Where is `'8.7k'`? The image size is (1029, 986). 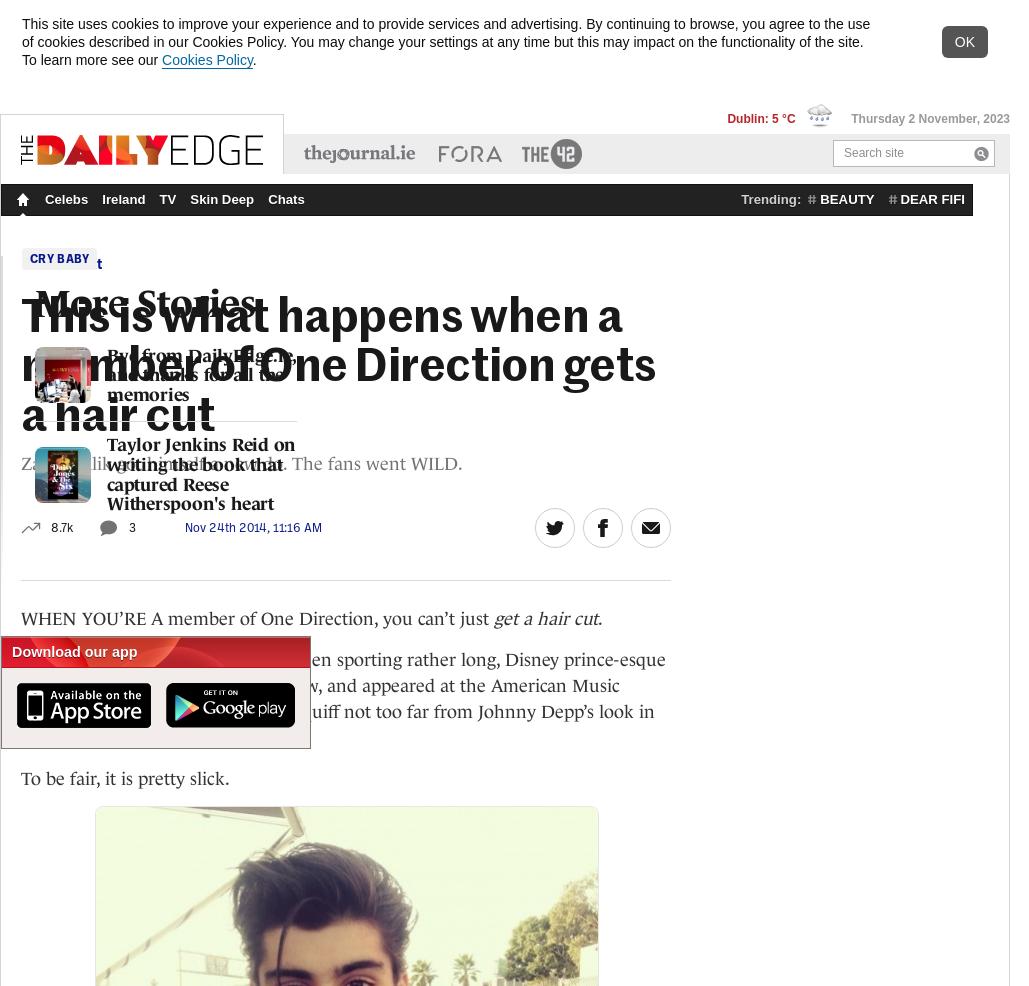 '8.7k' is located at coordinates (61, 525).